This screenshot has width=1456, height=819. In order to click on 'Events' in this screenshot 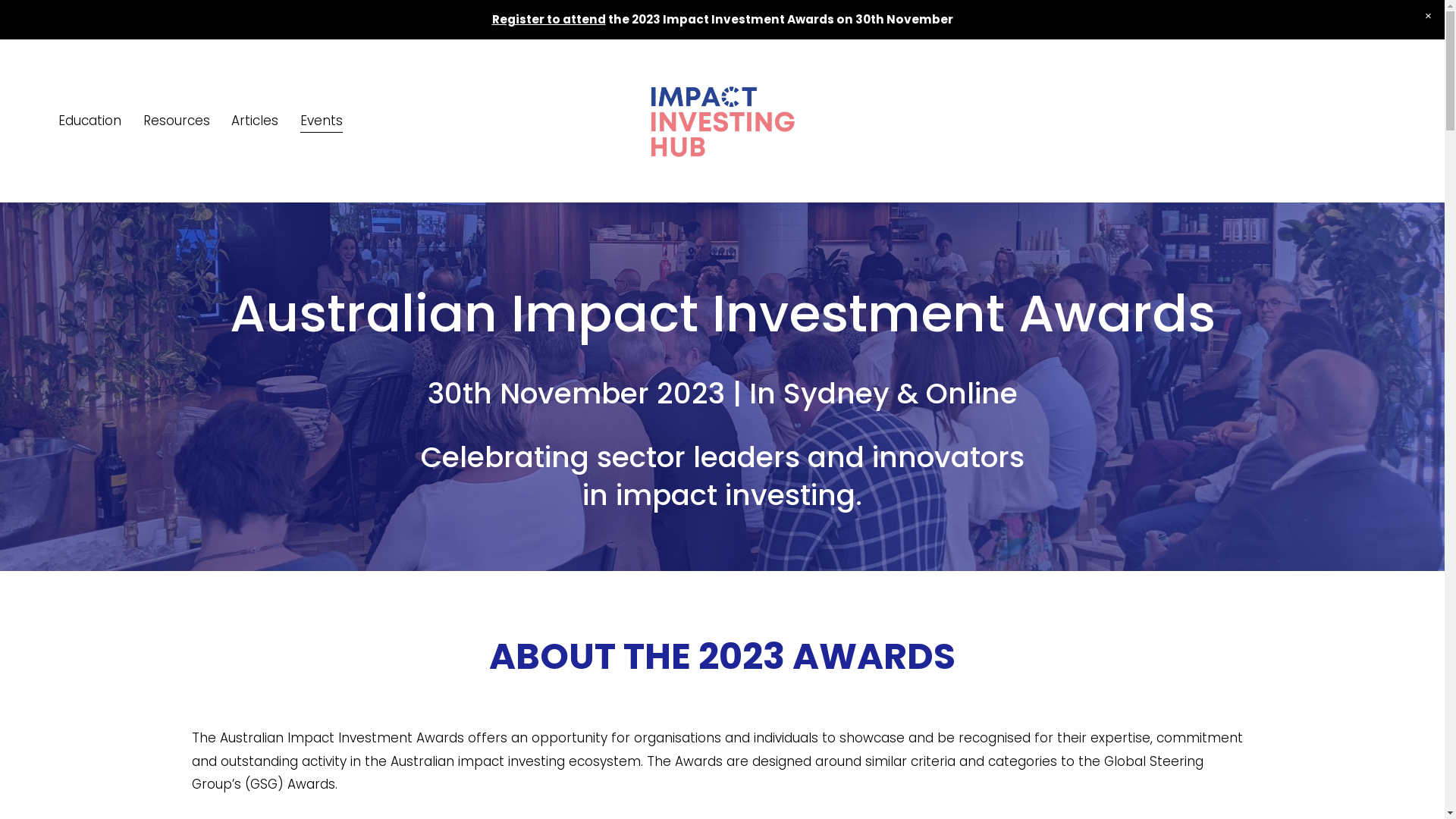, I will do `click(300, 120)`.